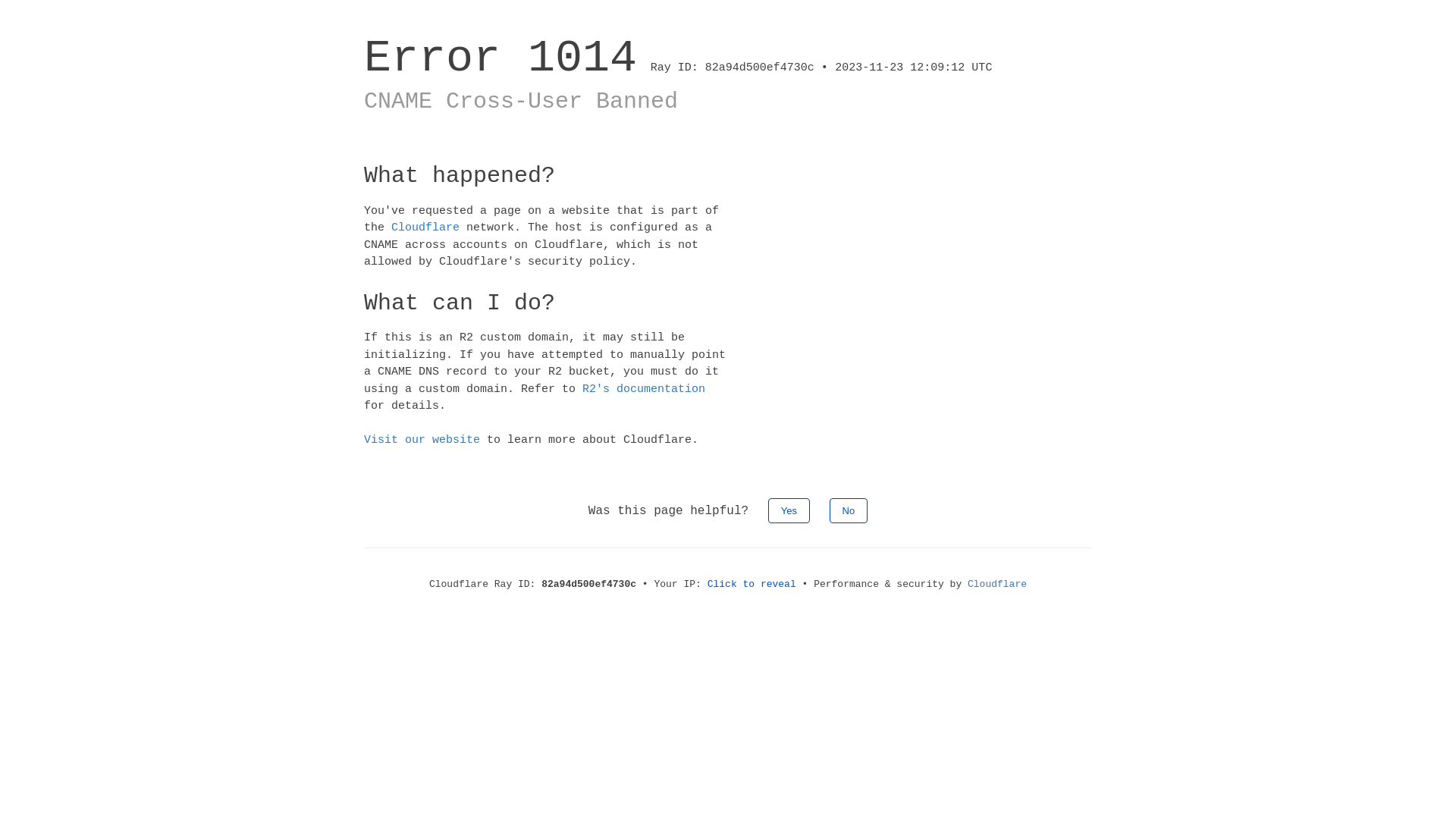 The image size is (1456, 819). What do you see at coordinates (789, 510) in the screenshot?
I see `'Yes'` at bounding box center [789, 510].